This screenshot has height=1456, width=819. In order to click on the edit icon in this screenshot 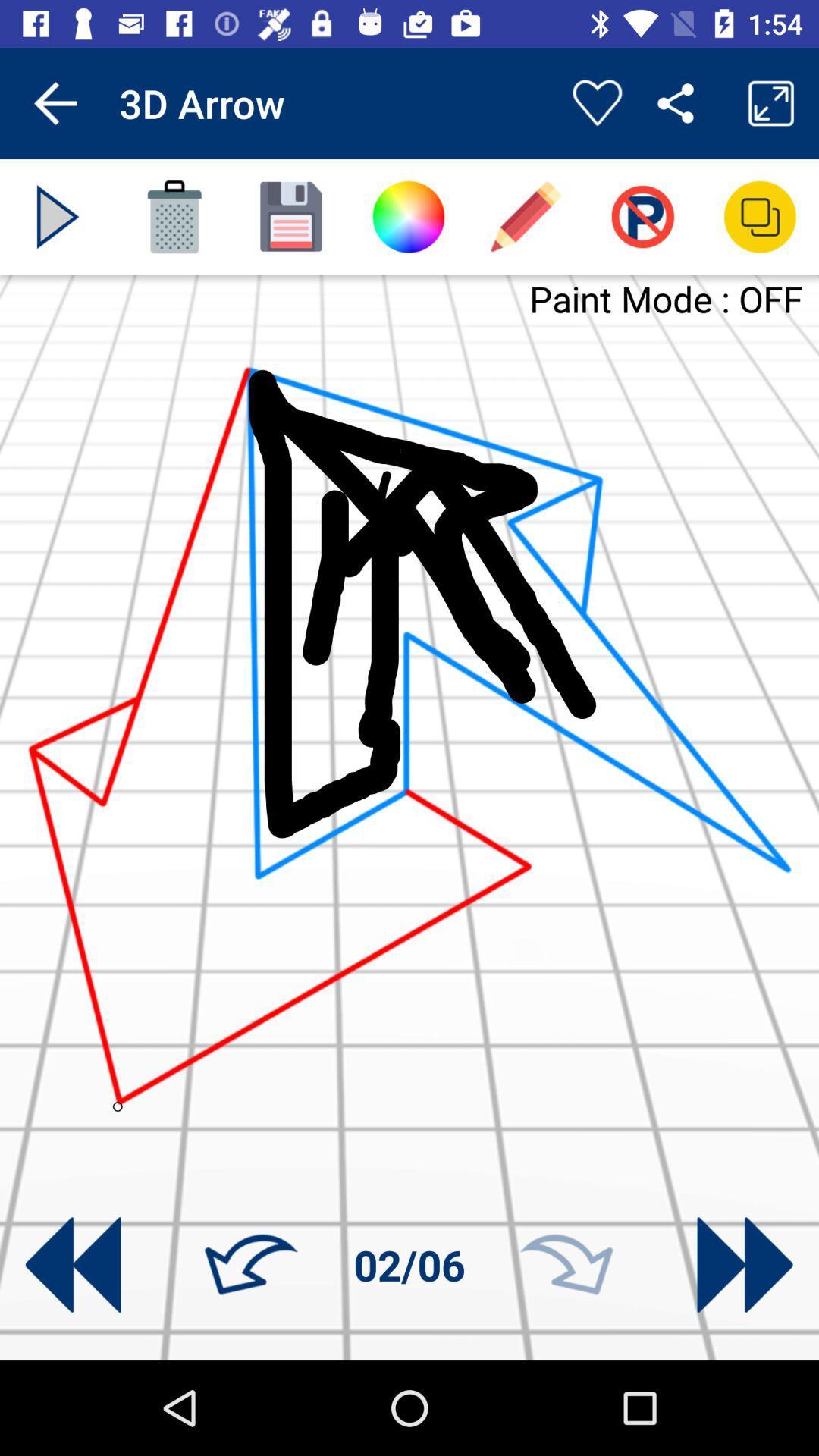, I will do `click(525, 216)`.